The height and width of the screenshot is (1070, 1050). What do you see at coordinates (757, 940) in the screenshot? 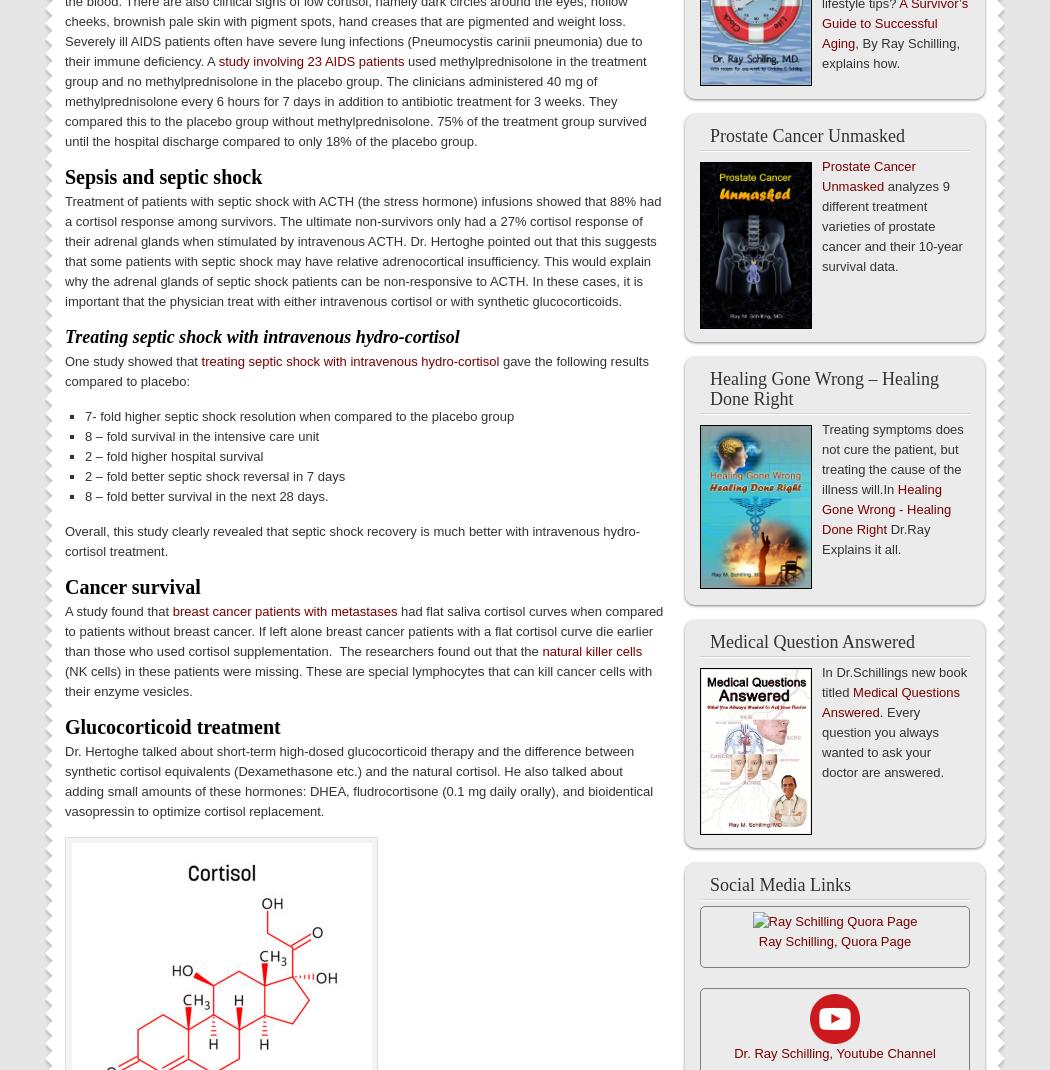
I see `'Ray Schilling, Quora Page'` at bounding box center [757, 940].